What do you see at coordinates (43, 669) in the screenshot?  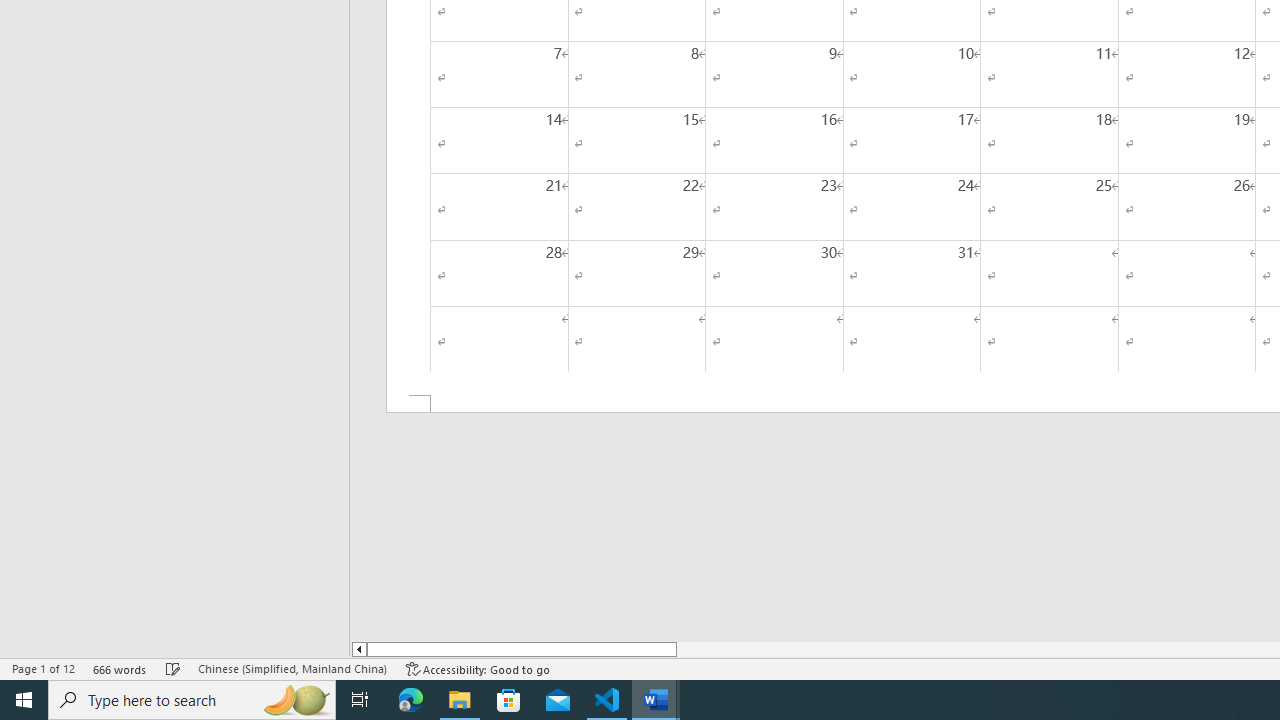 I see `'Page Number Page 1 of 12'` at bounding box center [43, 669].